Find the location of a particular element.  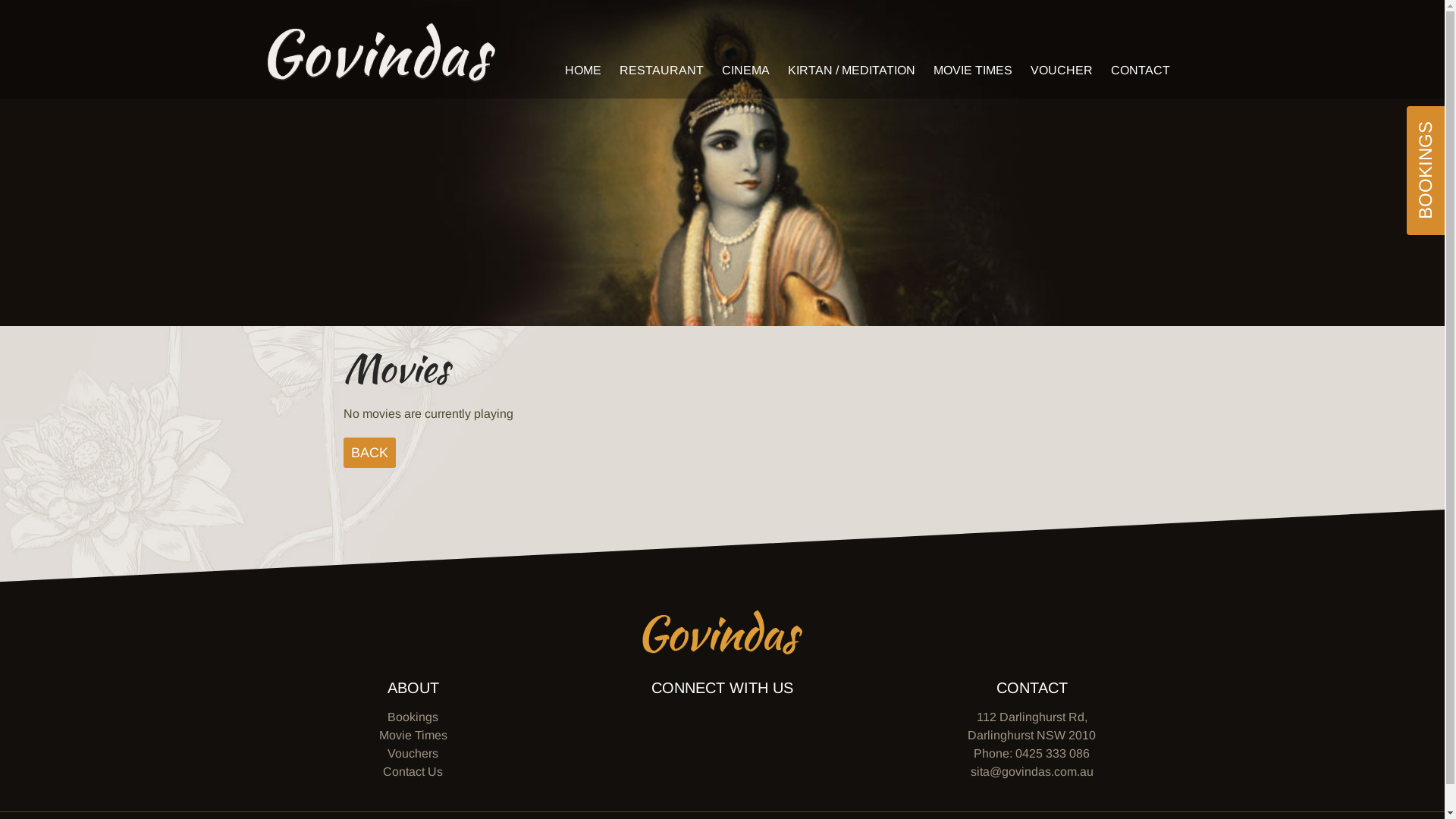

'MOVIE TIMES' is located at coordinates (971, 70).